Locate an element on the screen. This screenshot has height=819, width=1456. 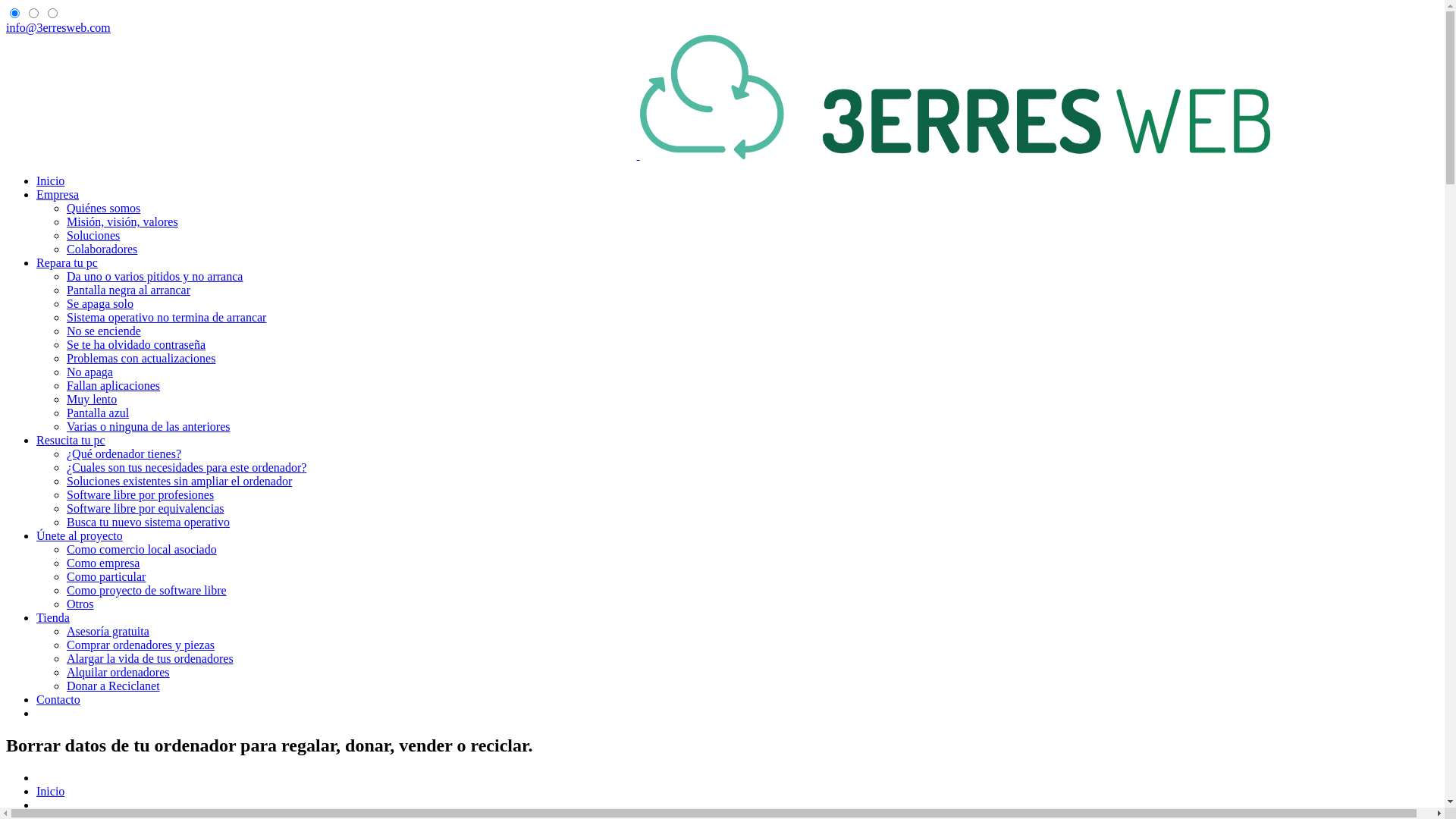
'Inicio' is located at coordinates (50, 180).